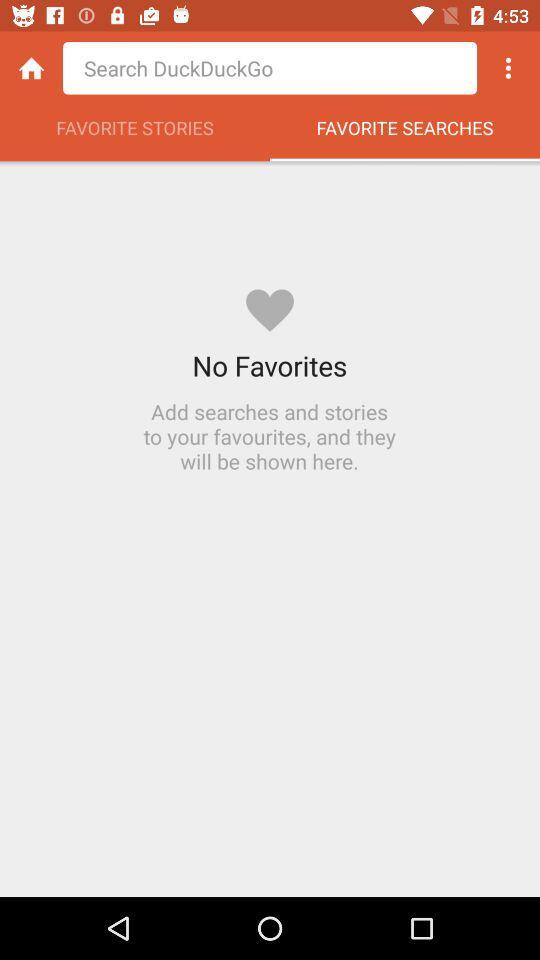 Image resolution: width=540 pixels, height=960 pixels. What do you see at coordinates (270, 68) in the screenshot?
I see `search query` at bounding box center [270, 68].